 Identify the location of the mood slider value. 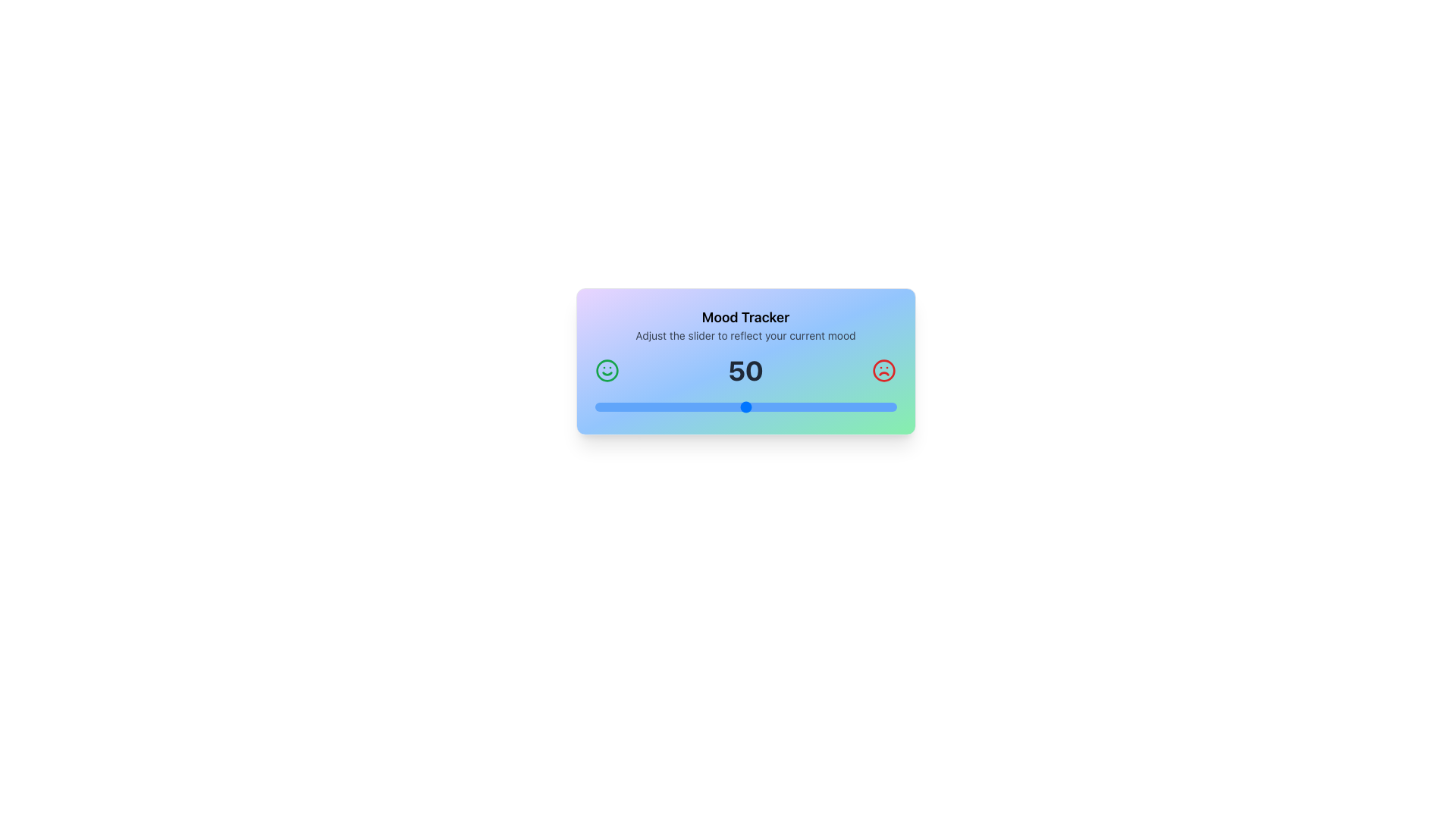
(881, 406).